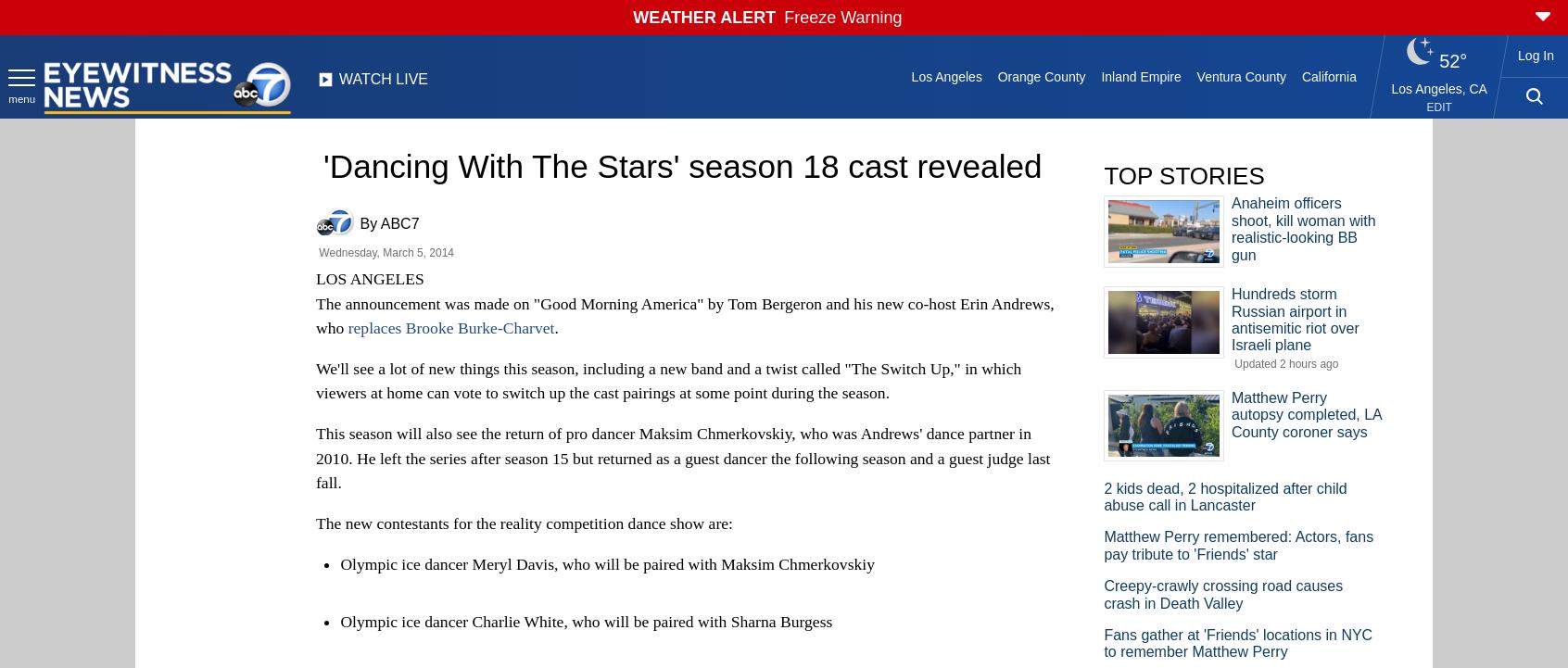 This screenshot has width=1568, height=668. Describe the element at coordinates (944, 75) in the screenshot. I see `'Los Angeles'` at that location.